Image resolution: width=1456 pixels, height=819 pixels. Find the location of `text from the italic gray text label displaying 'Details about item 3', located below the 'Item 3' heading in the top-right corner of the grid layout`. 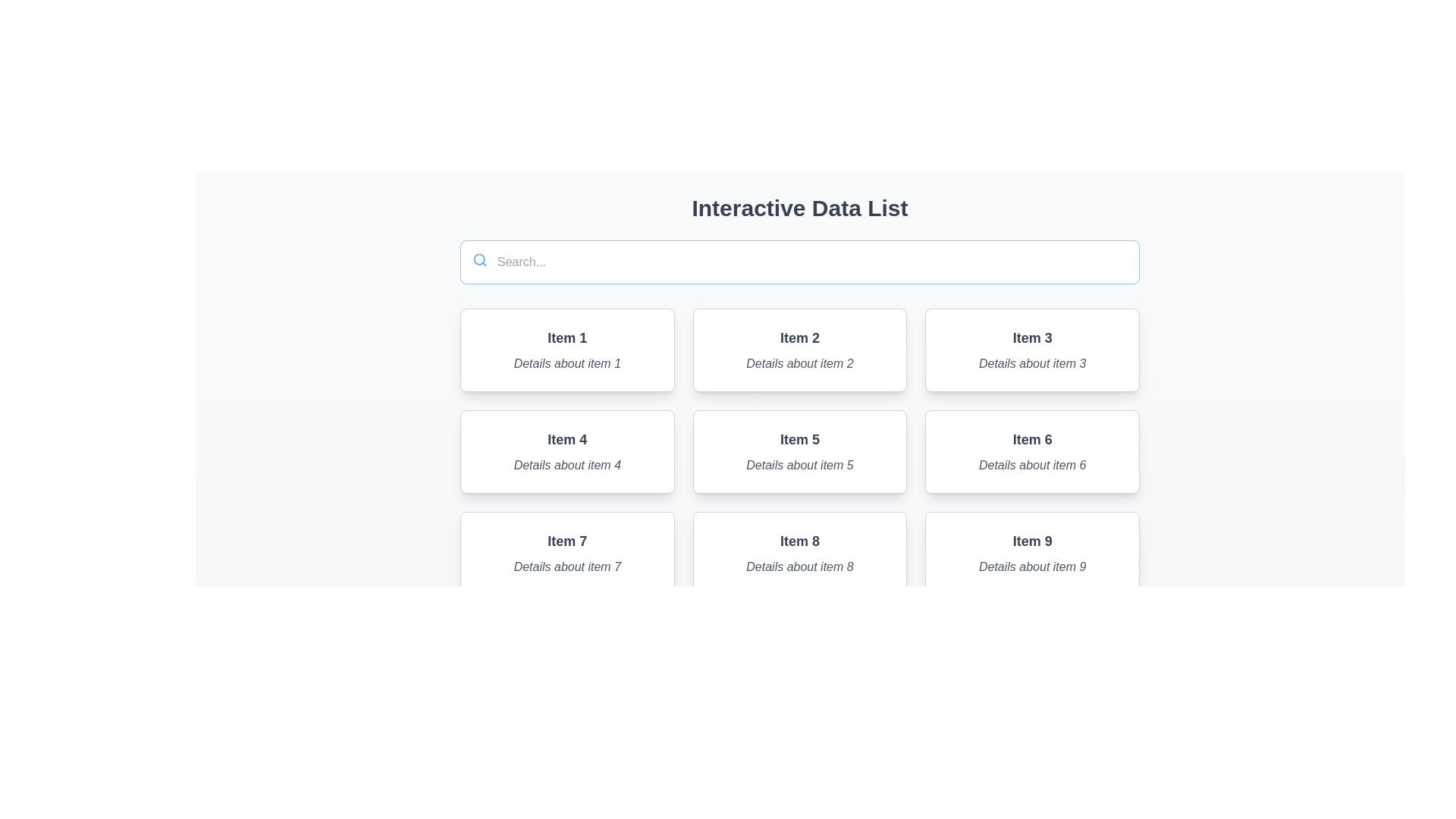

text from the italic gray text label displaying 'Details about item 3', located below the 'Item 3' heading in the top-right corner of the grid layout is located at coordinates (1031, 363).